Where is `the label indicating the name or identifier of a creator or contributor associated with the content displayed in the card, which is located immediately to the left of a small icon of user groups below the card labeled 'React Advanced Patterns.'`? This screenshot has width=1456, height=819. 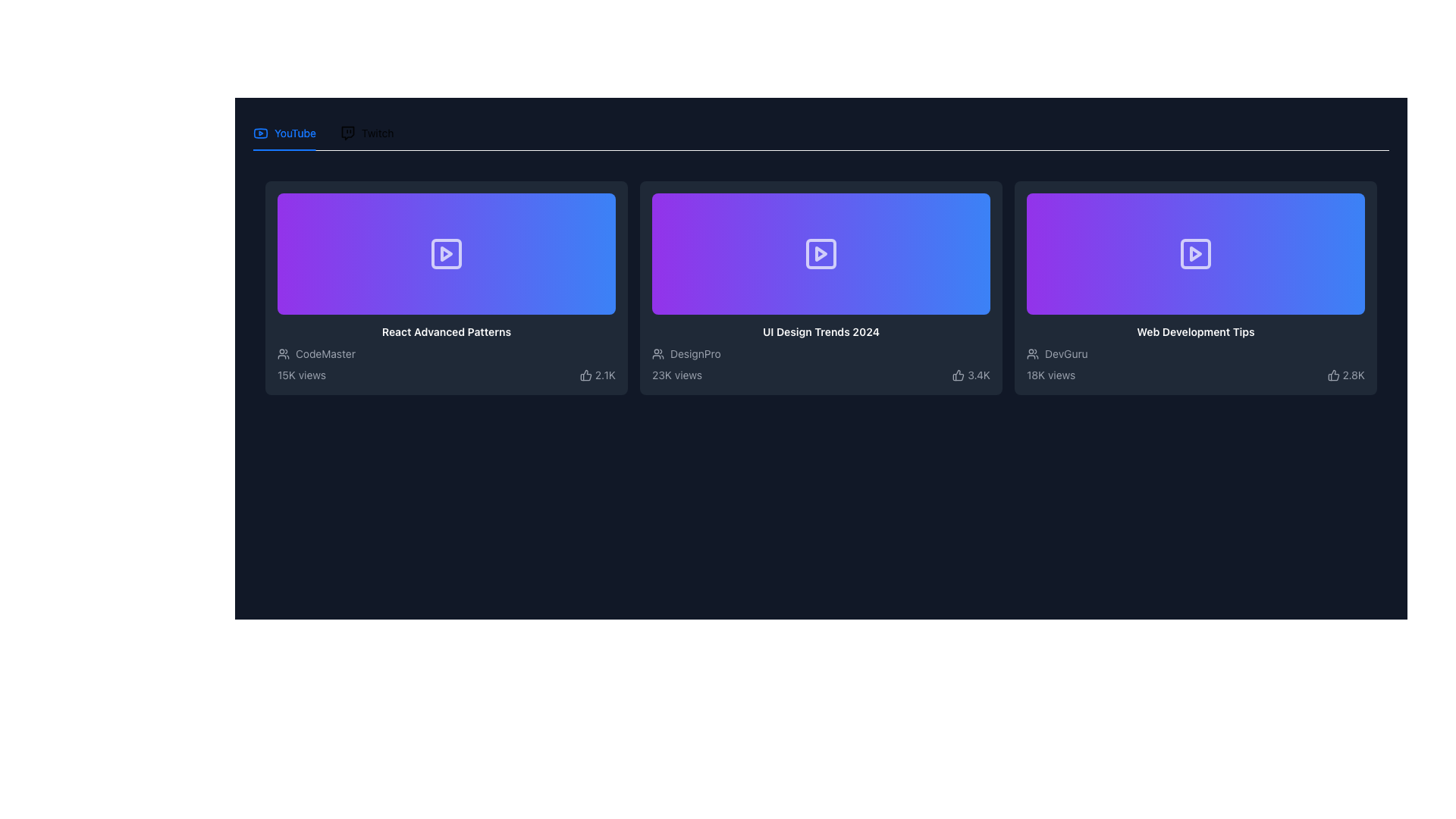 the label indicating the name or identifier of a creator or contributor associated with the content displayed in the card, which is located immediately to the left of a small icon of user groups below the card labeled 'React Advanced Patterns.' is located at coordinates (325, 353).